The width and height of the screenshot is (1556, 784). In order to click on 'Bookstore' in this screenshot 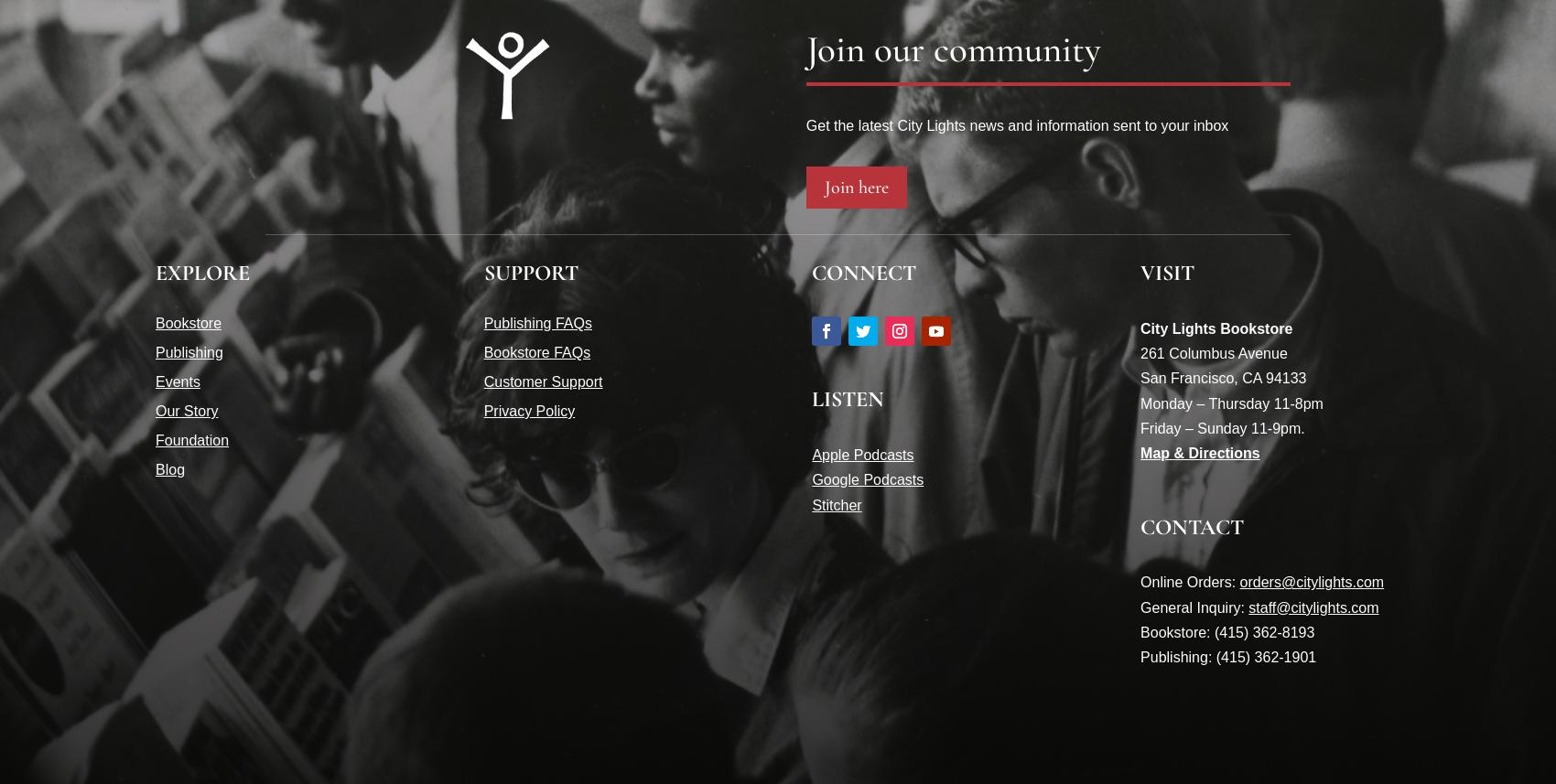, I will do `click(188, 322)`.